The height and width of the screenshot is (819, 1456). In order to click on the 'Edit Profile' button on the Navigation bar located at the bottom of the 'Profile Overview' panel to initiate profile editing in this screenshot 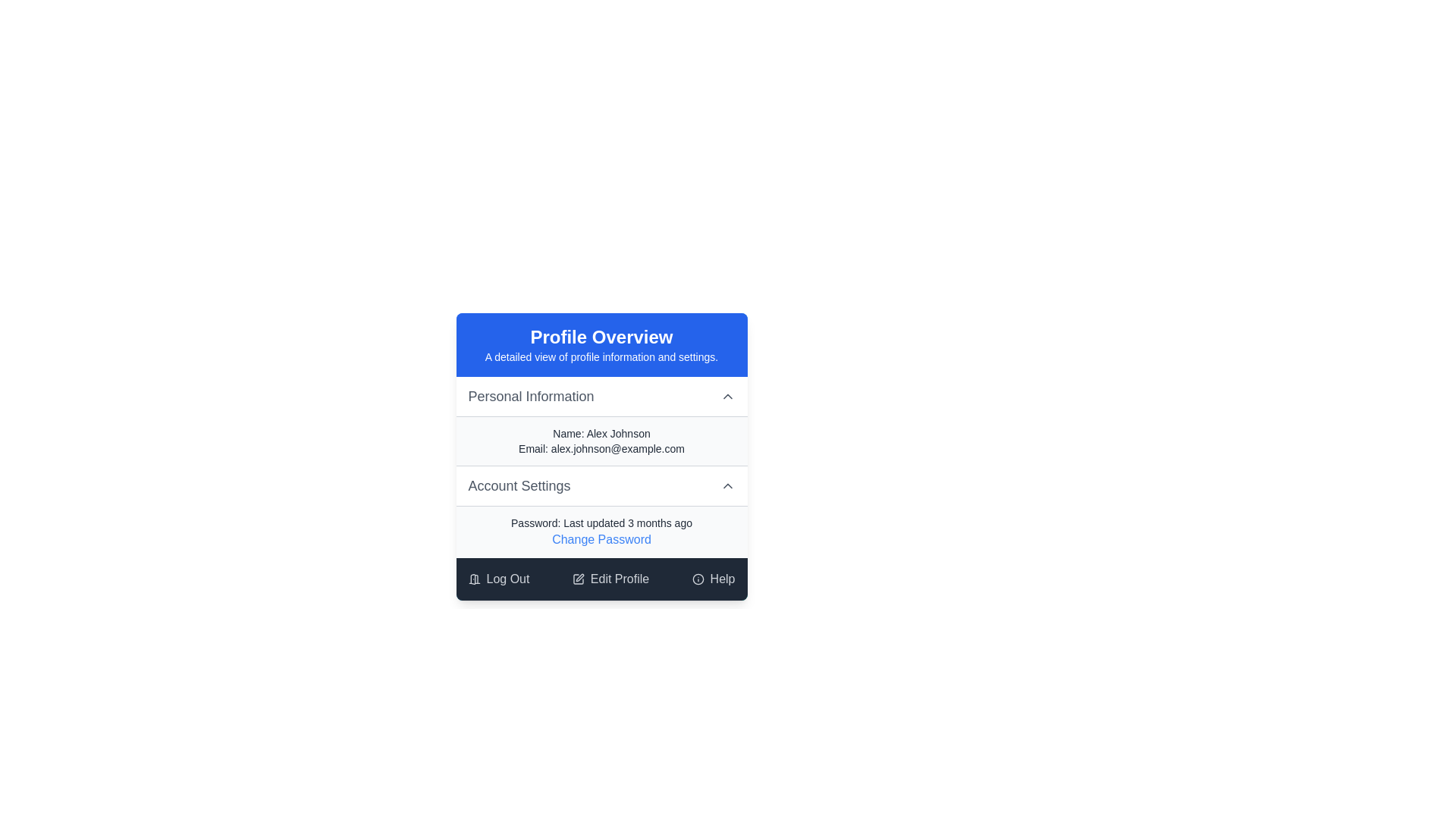, I will do `click(601, 579)`.